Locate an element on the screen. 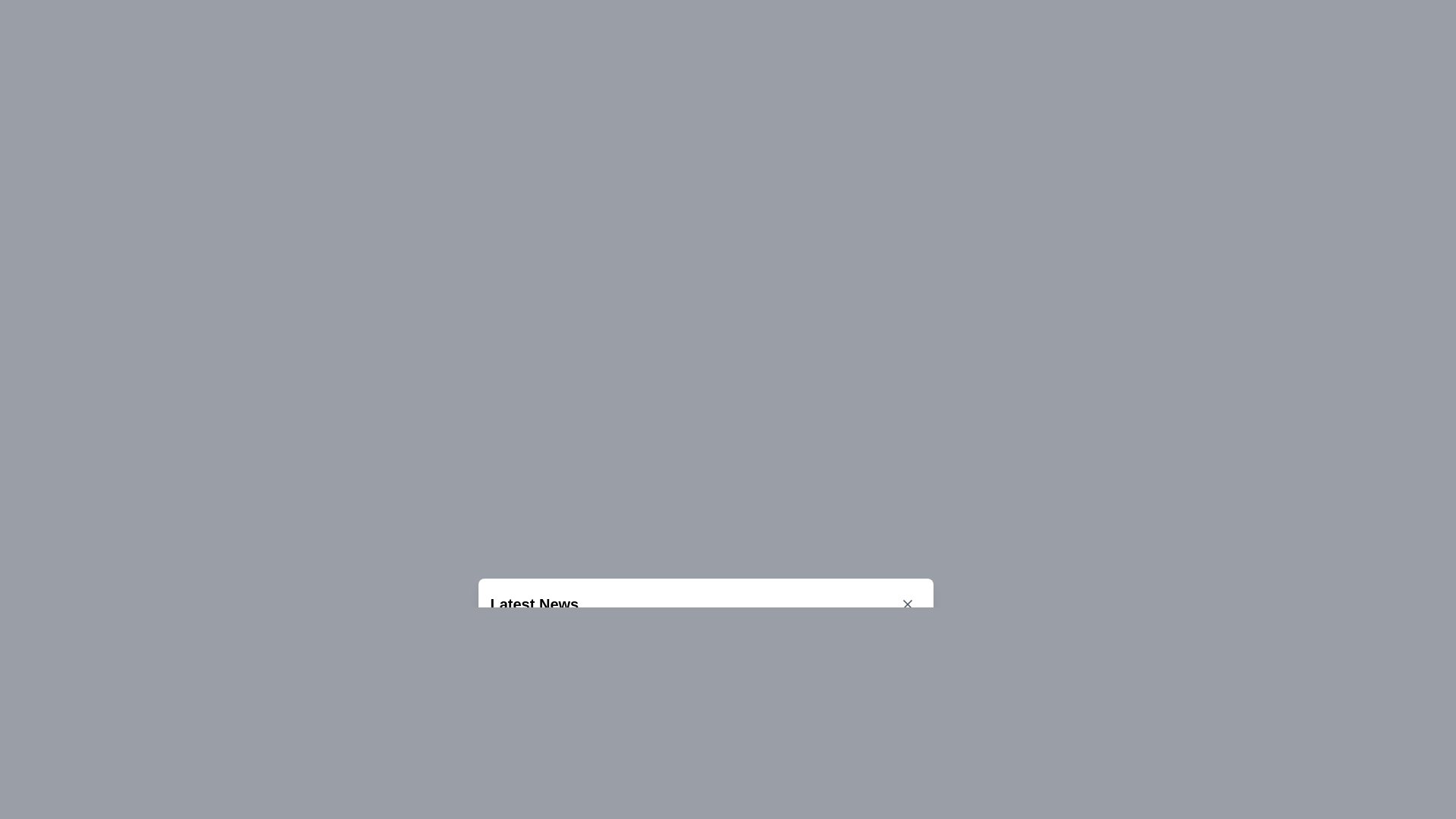 This screenshot has width=1456, height=819. the close button located at the far-right side of the bar displaying the text 'Latest News' is located at coordinates (907, 603).